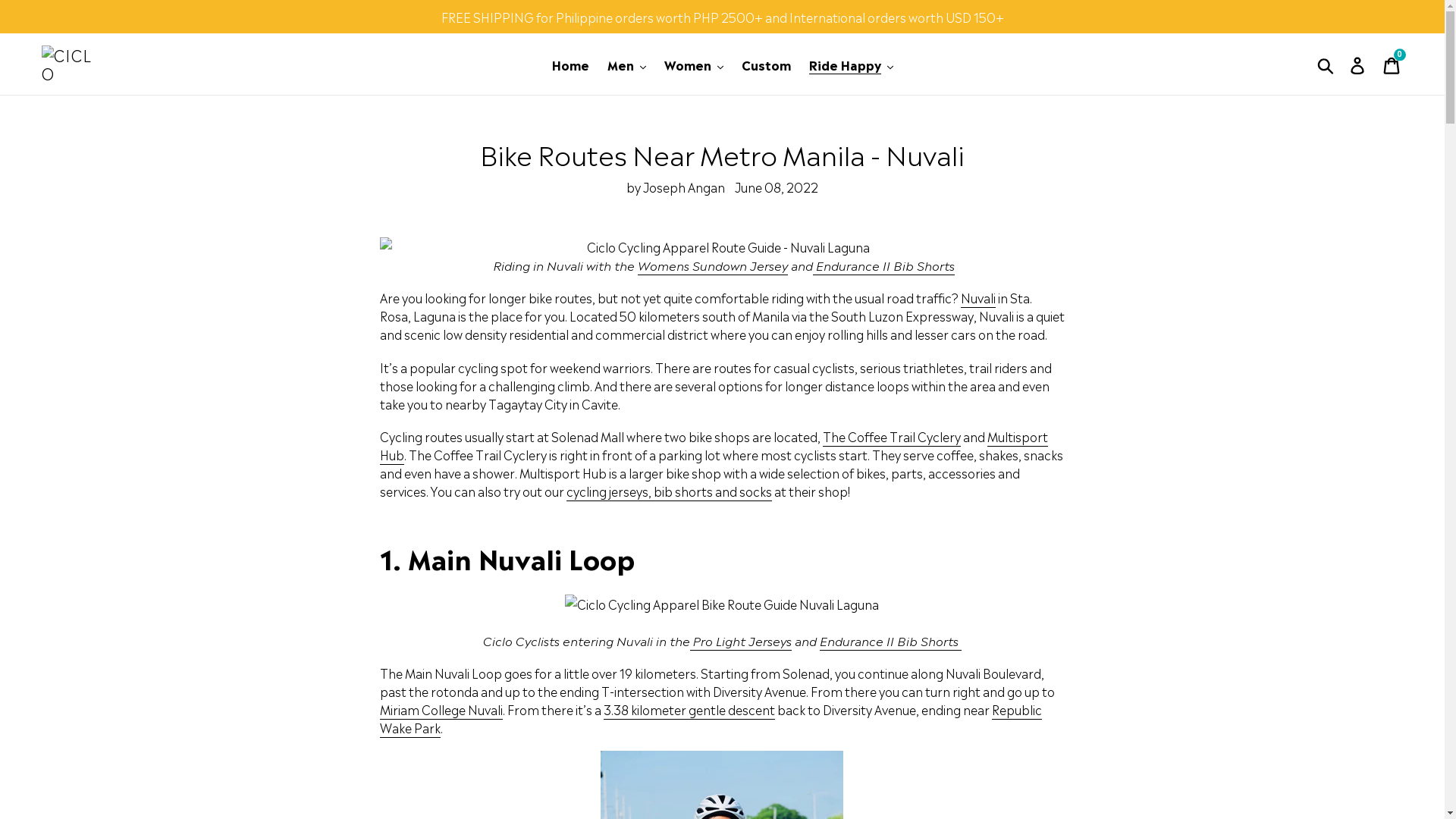  Describe the element at coordinates (1326, 63) in the screenshot. I see `'Submit'` at that location.